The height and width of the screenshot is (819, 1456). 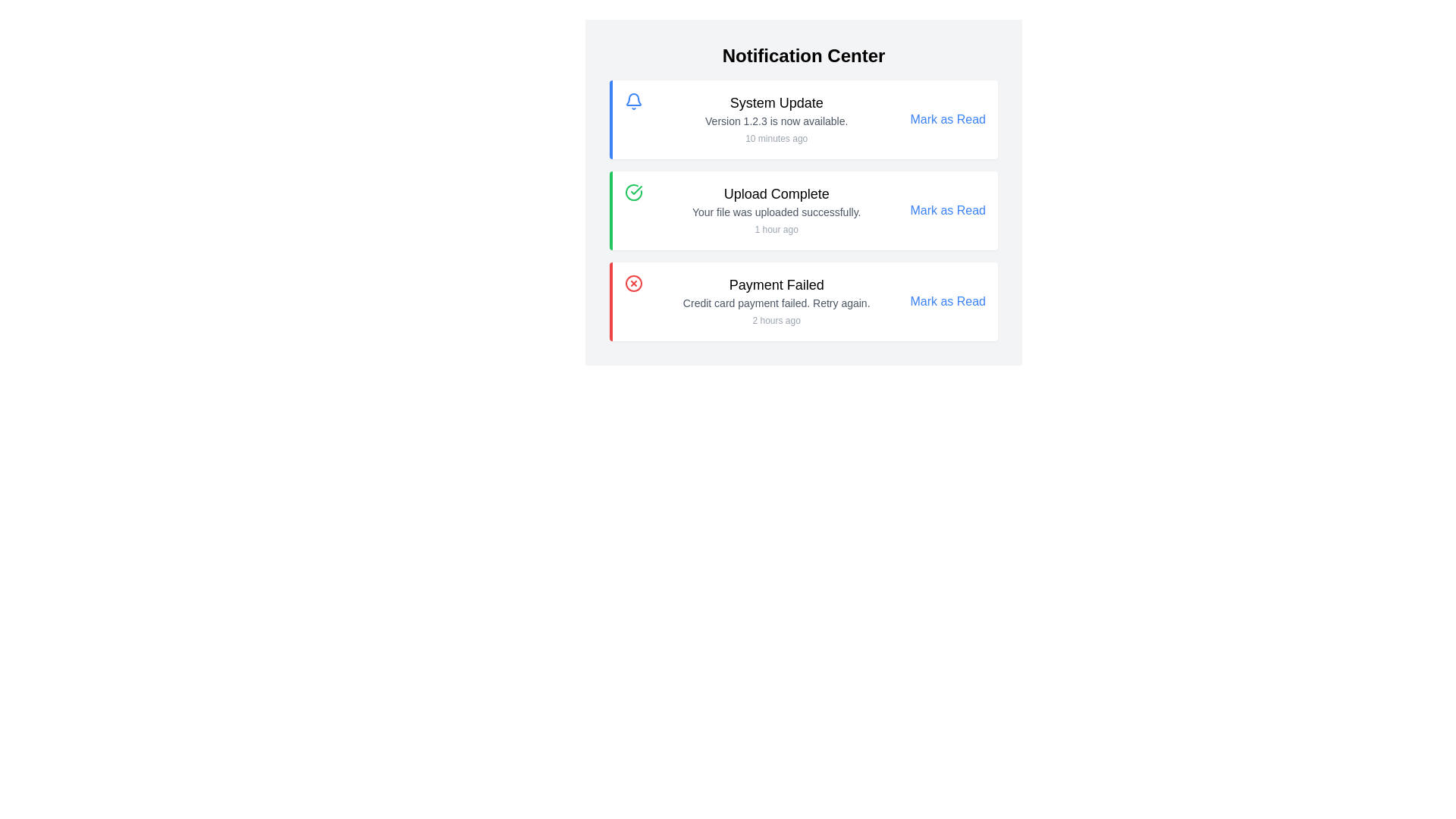 I want to click on the blue bell icon located in the top-left corner of the 'System Update' notification card, which serves as a notification indicator, so click(x=633, y=102).